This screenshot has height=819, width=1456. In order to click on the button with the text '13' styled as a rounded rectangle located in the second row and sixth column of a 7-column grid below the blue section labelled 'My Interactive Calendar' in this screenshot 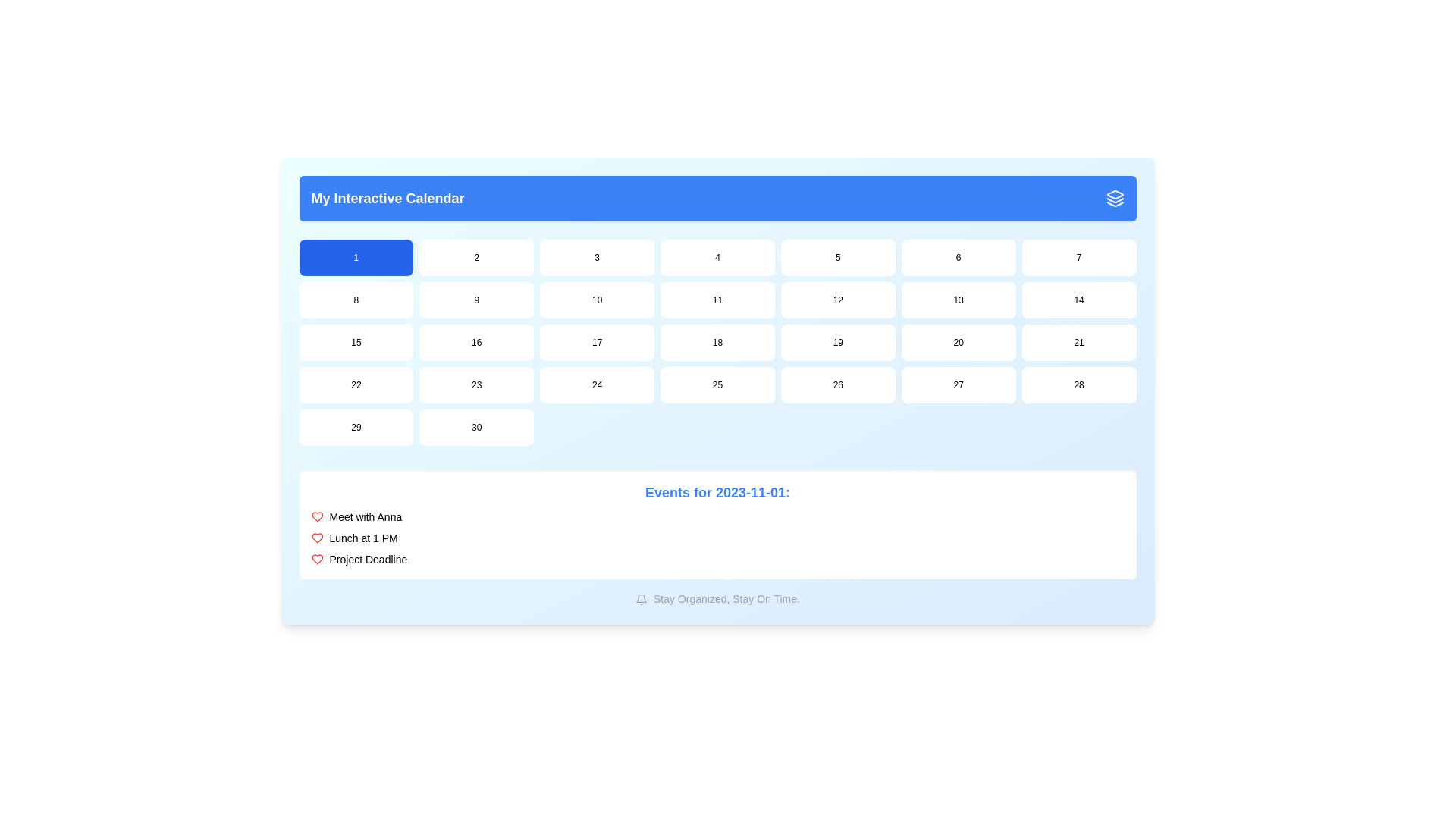, I will do `click(958, 300)`.